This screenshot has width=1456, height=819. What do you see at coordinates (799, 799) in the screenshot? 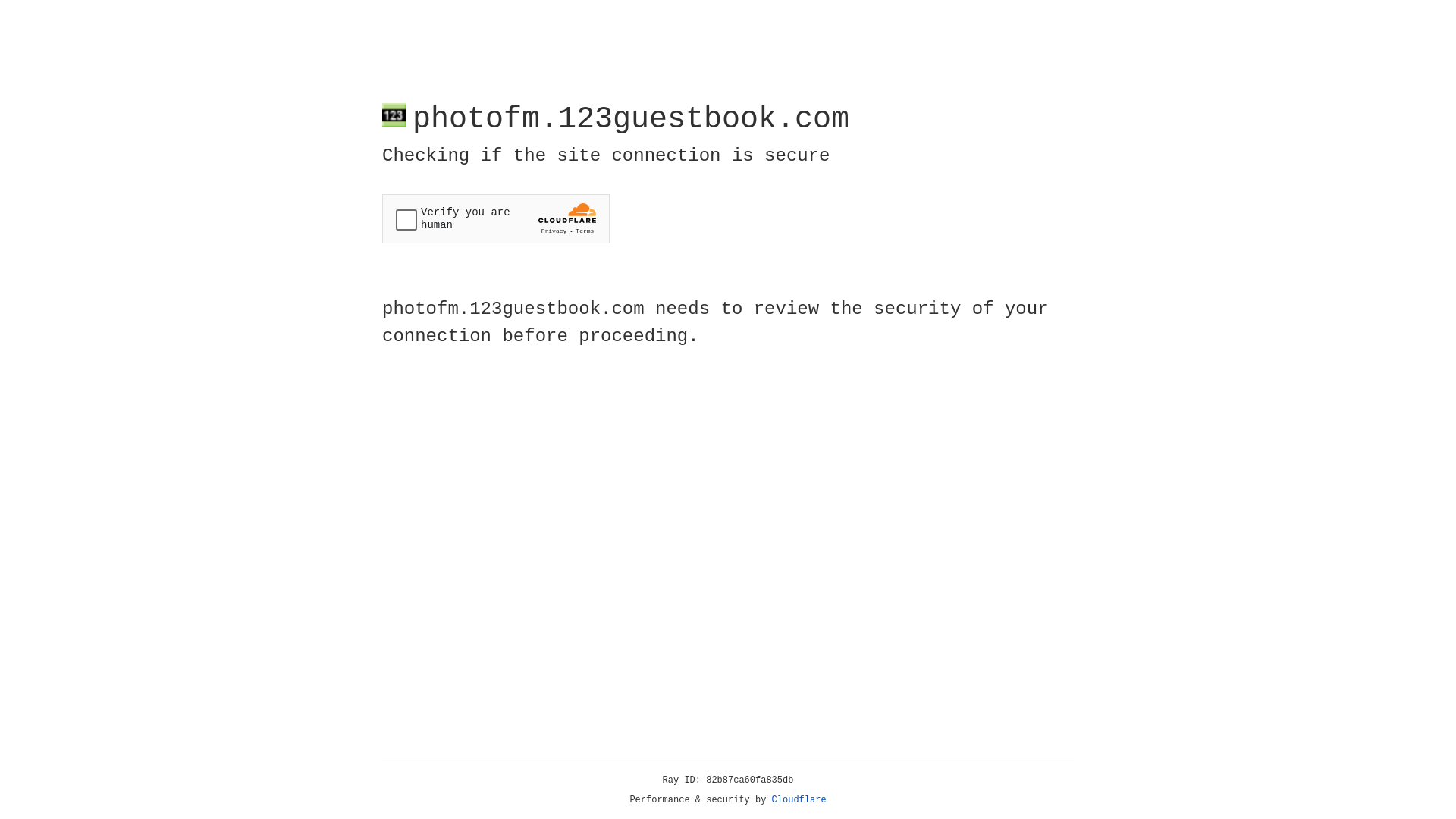
I see `'Cloudflare'` at bounding box center [799, 799].